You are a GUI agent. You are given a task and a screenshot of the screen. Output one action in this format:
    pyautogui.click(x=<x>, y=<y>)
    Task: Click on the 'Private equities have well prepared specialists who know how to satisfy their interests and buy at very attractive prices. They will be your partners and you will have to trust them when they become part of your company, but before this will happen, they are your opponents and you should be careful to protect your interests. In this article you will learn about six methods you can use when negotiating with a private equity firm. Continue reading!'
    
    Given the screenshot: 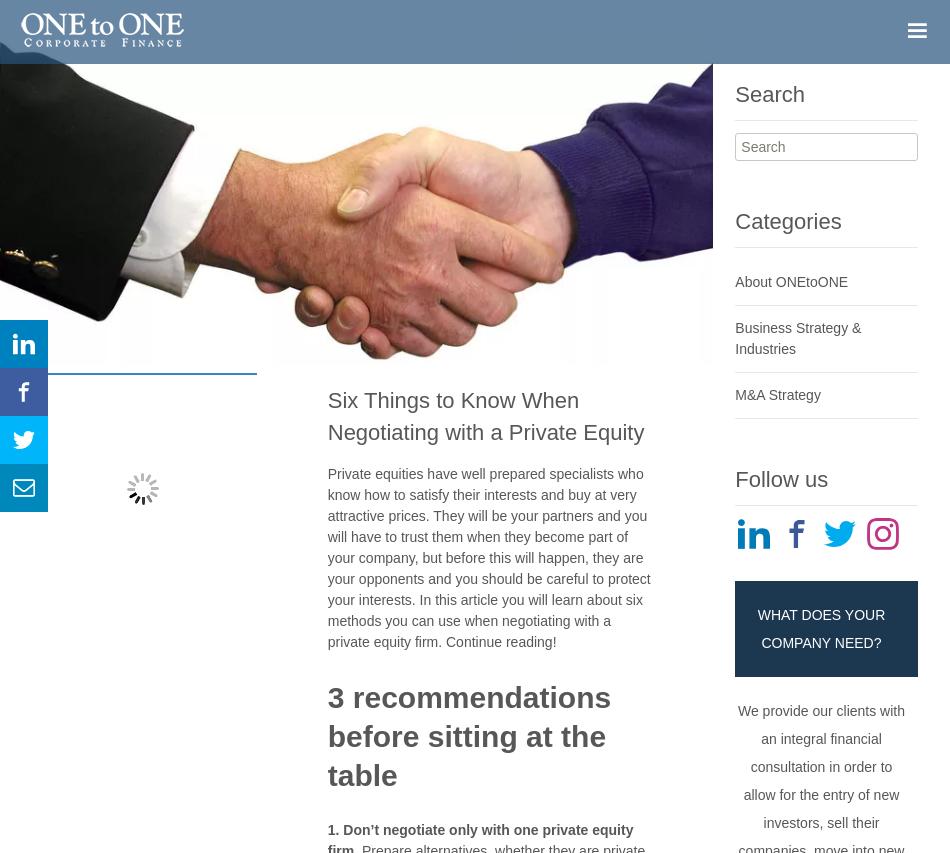 What is the action you would take?
    pyautogui.click(x=488, y=556)
    